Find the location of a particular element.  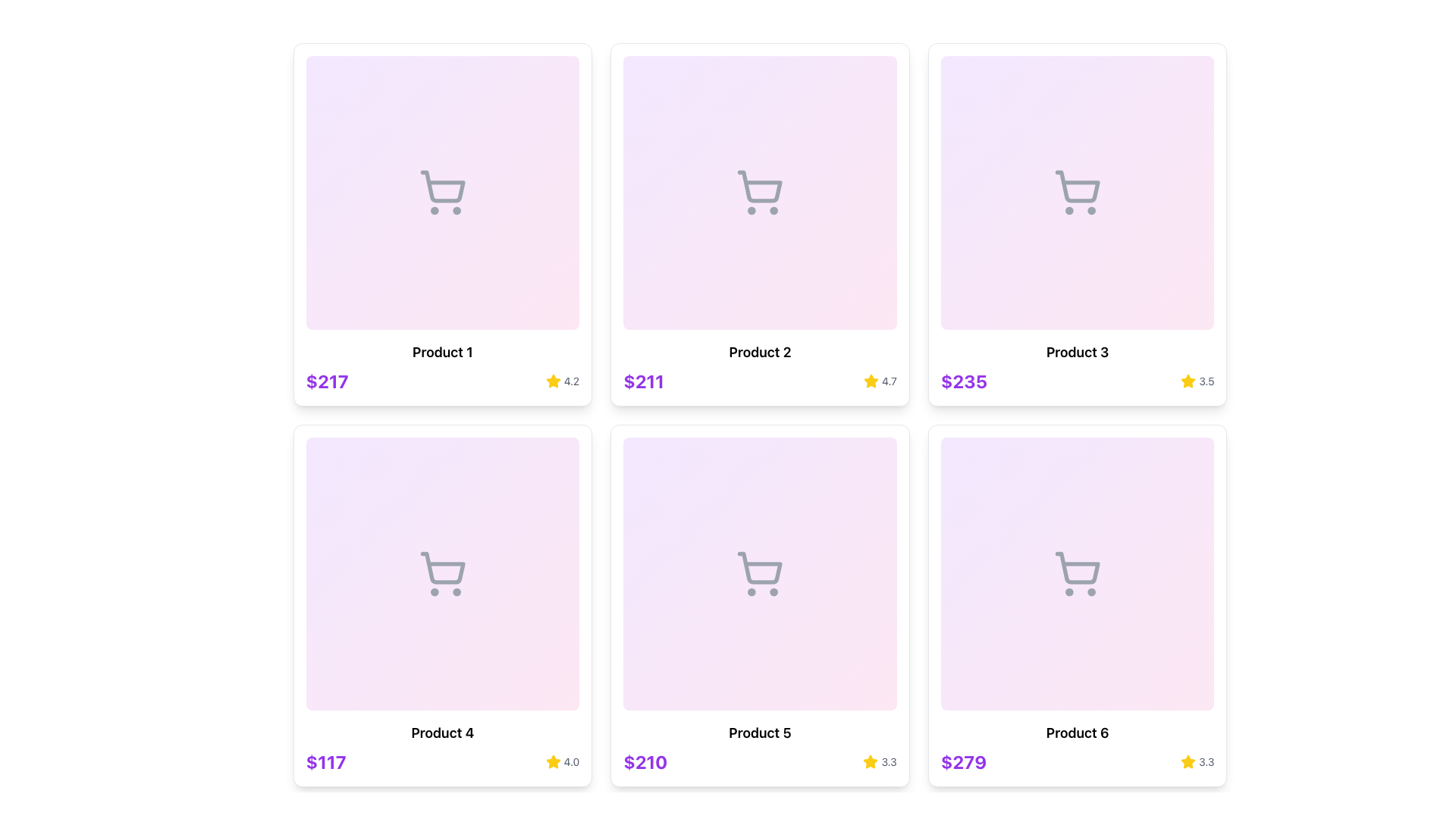

the basket section of the shopping cart icon located at the center of the 'Product 4' card is located at coordinates (442, 568).